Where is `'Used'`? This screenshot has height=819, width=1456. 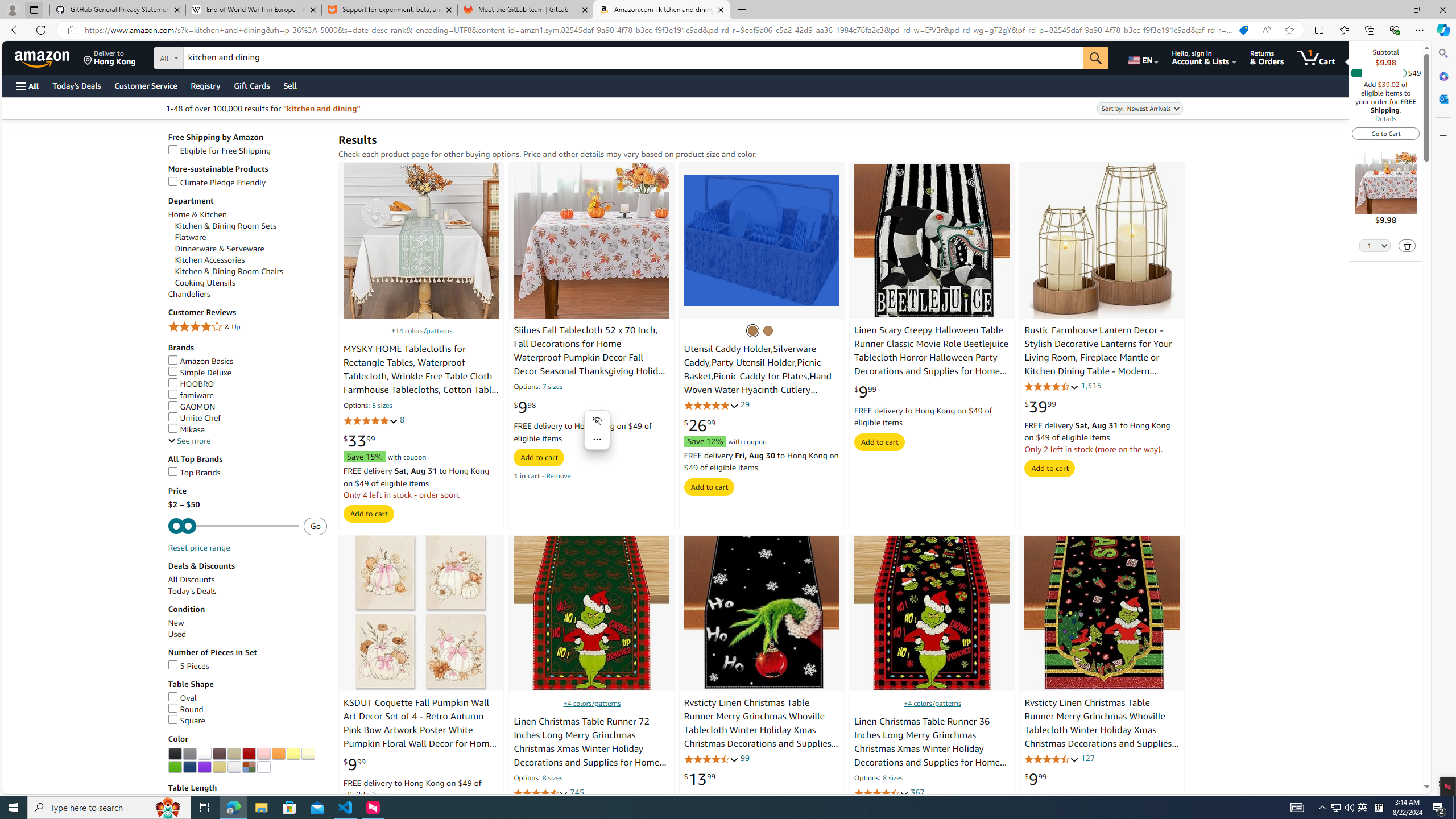 'Used' is located at coordinates (247, 634).